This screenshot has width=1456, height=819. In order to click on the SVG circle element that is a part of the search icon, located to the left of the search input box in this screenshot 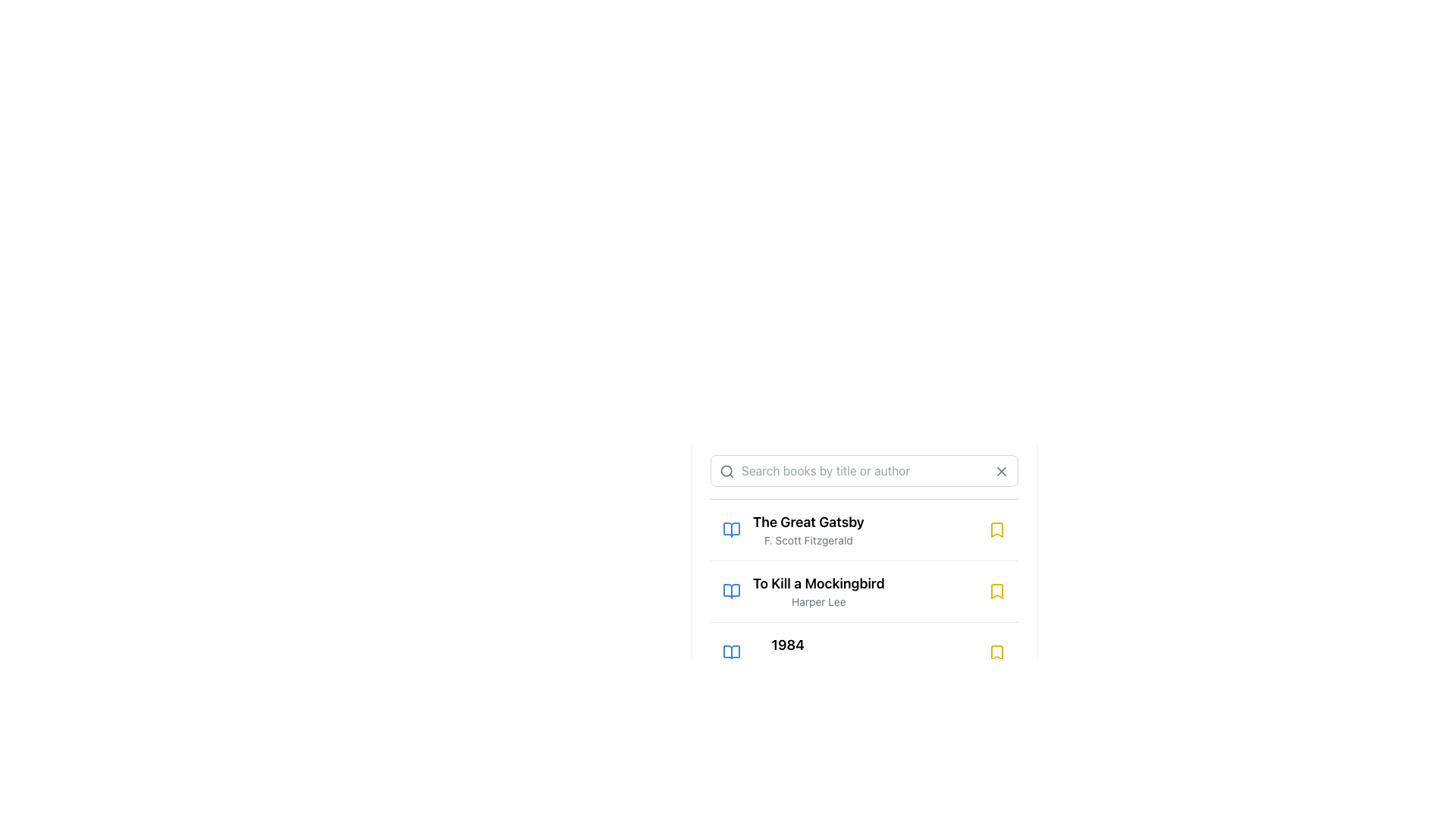, I will do `click(726, 470)`.